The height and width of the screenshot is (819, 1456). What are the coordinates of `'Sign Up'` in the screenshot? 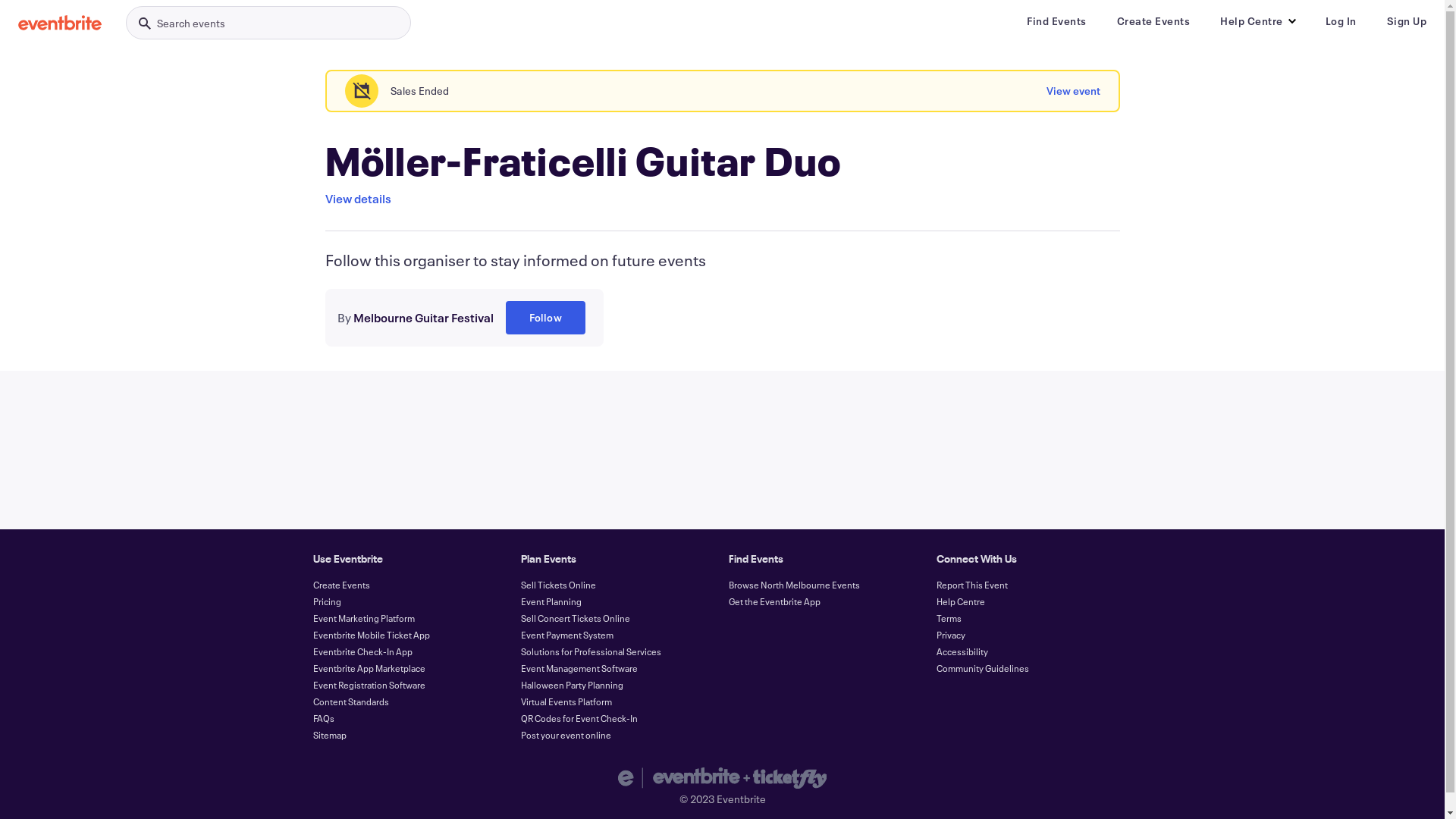 It's located at (1405, 20).